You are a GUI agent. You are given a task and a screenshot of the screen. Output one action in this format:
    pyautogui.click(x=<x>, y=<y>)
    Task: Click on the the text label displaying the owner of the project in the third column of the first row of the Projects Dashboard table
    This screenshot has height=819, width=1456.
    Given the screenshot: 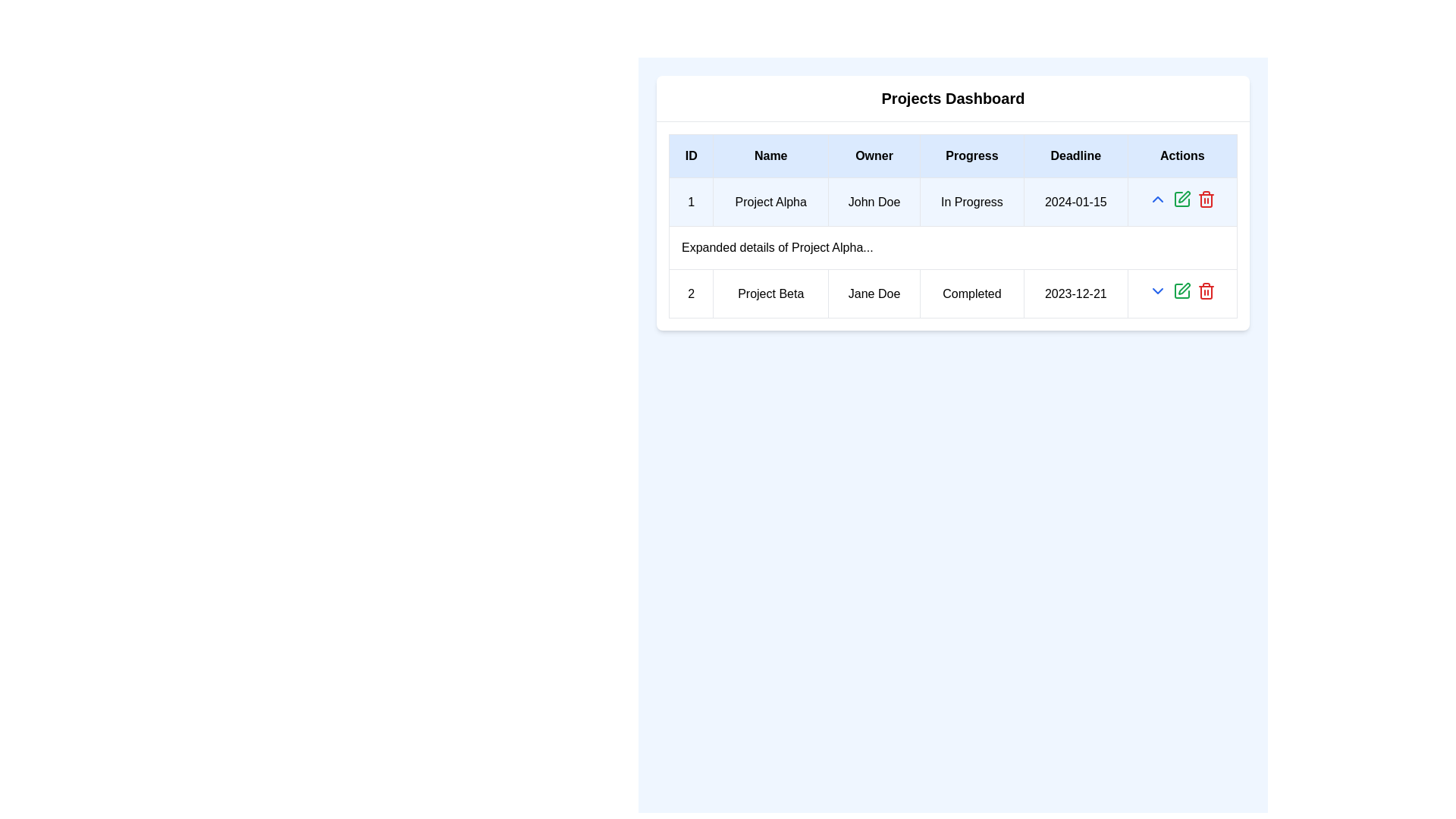 What is the action you would take?
    pyautogui.click(x=874, y=201)
    